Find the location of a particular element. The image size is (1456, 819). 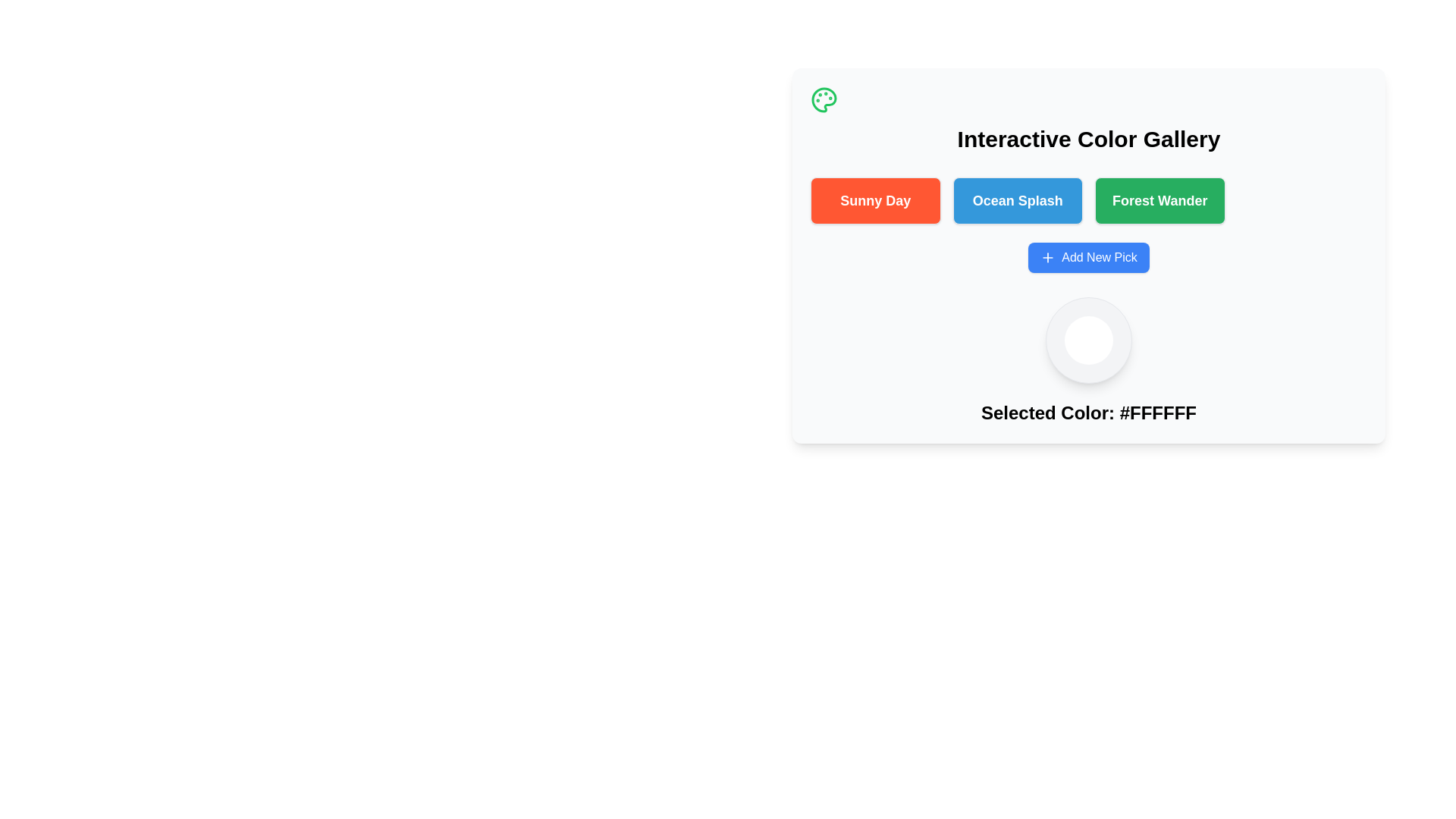

the label-like textual component indicating the 'Ocean Splash' color palette, which is the second option in a row of three buttons in the Interactive Color Gallery is located at coordinates (1018, 200).